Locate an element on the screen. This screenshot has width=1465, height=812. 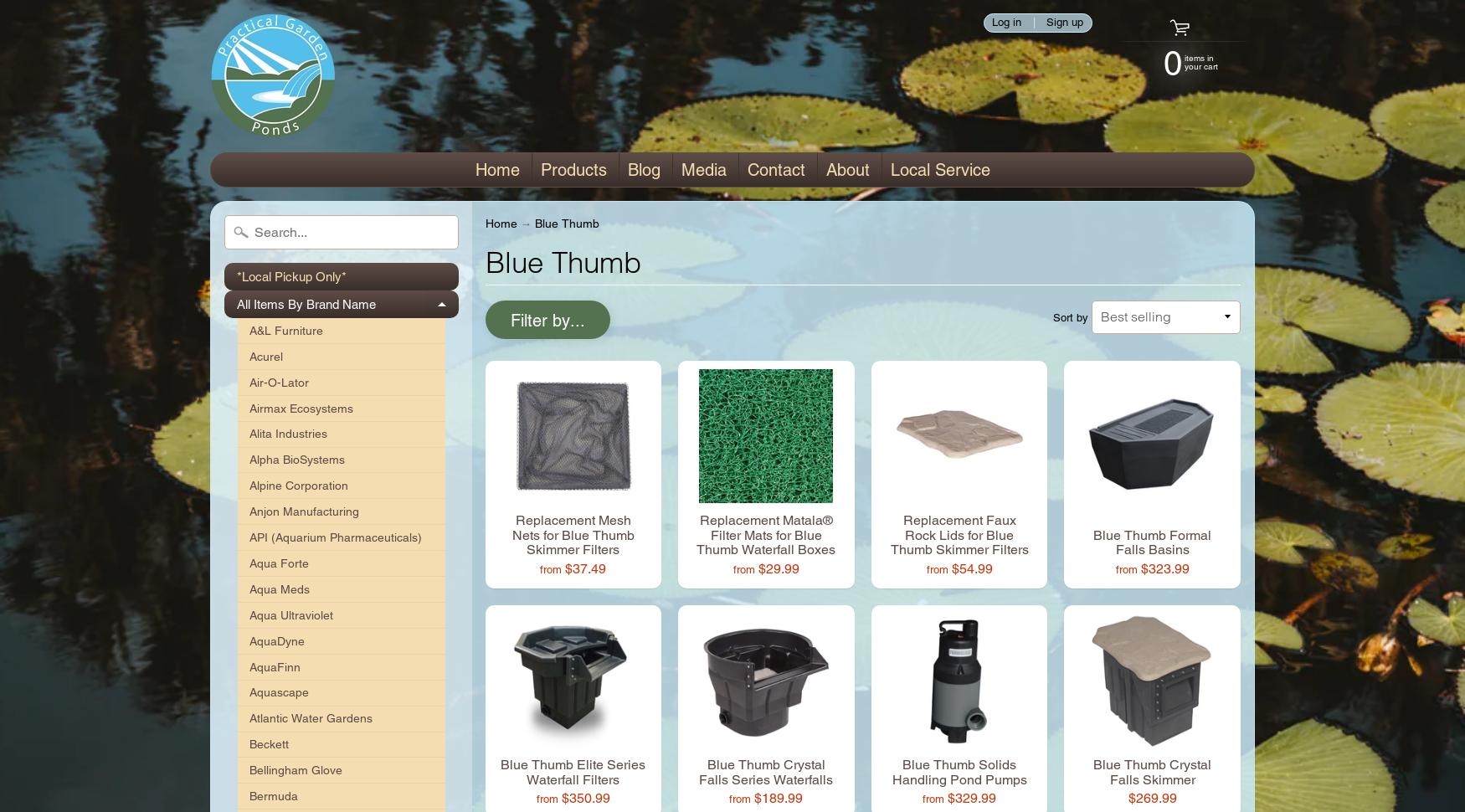
'Sort by' is located at coordinates (1070, 316).